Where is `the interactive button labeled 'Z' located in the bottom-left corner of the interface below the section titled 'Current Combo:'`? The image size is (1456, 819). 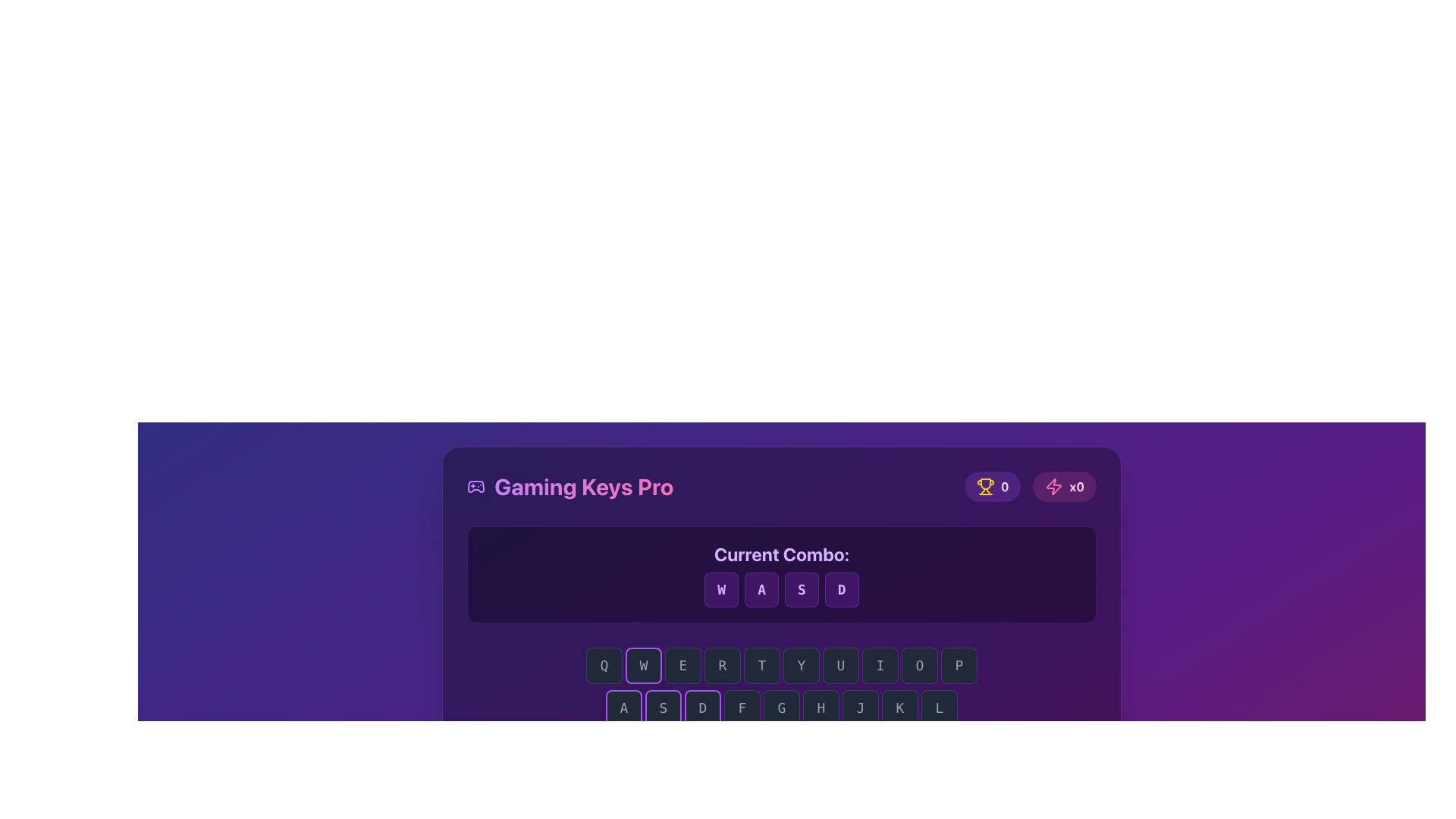 the interactive button labeled 'Z' located in the bottom-left corner of the interface below the section titled 'Current Combo:' is located at coordinates (663, 751).